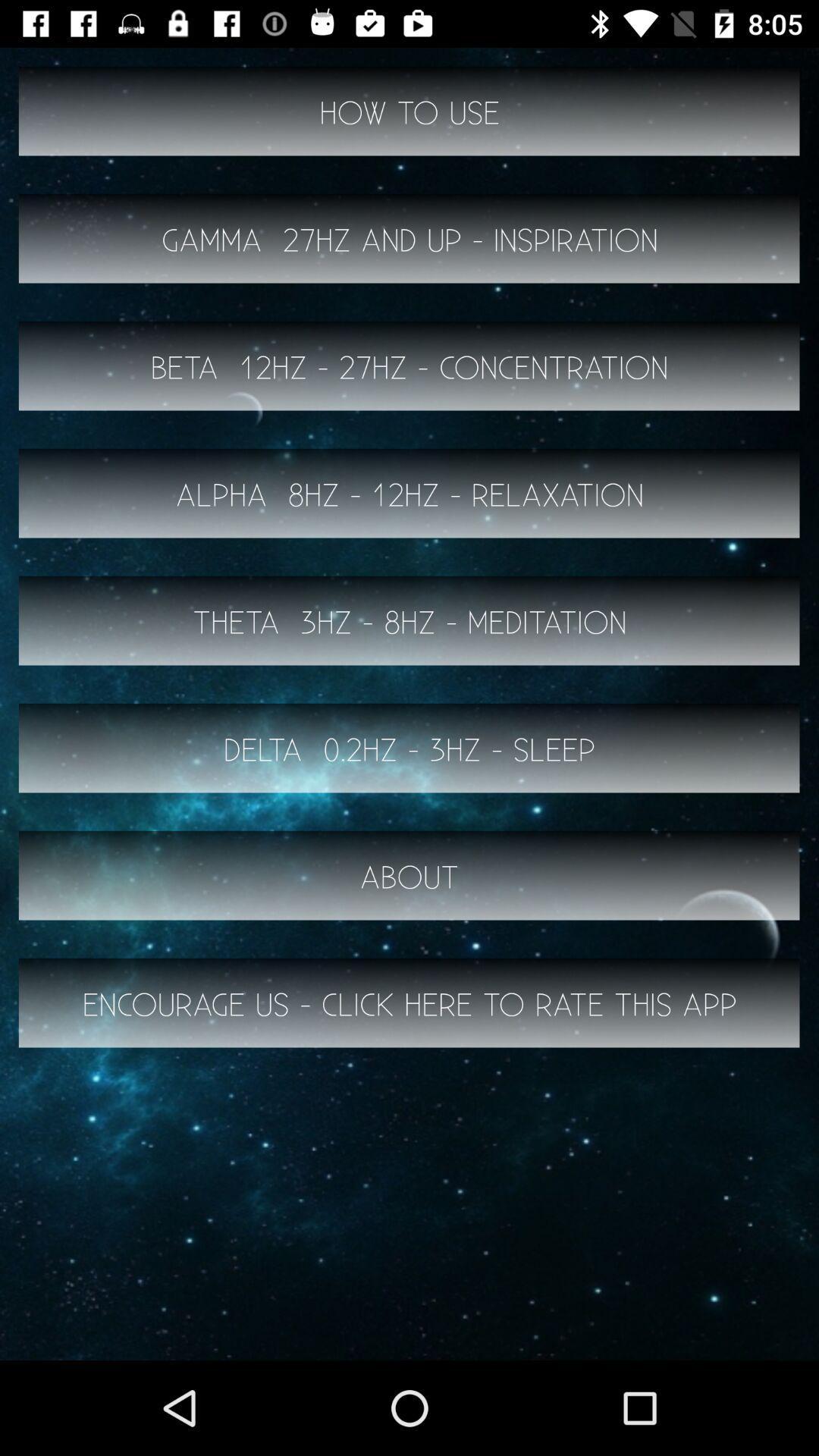 The width and height of the screenshot is (819, 1456). What do you see at coordinates (409, 876) in the screenshot?
I see `the icon above the encourage us click item` at bounding box center [409, 876].